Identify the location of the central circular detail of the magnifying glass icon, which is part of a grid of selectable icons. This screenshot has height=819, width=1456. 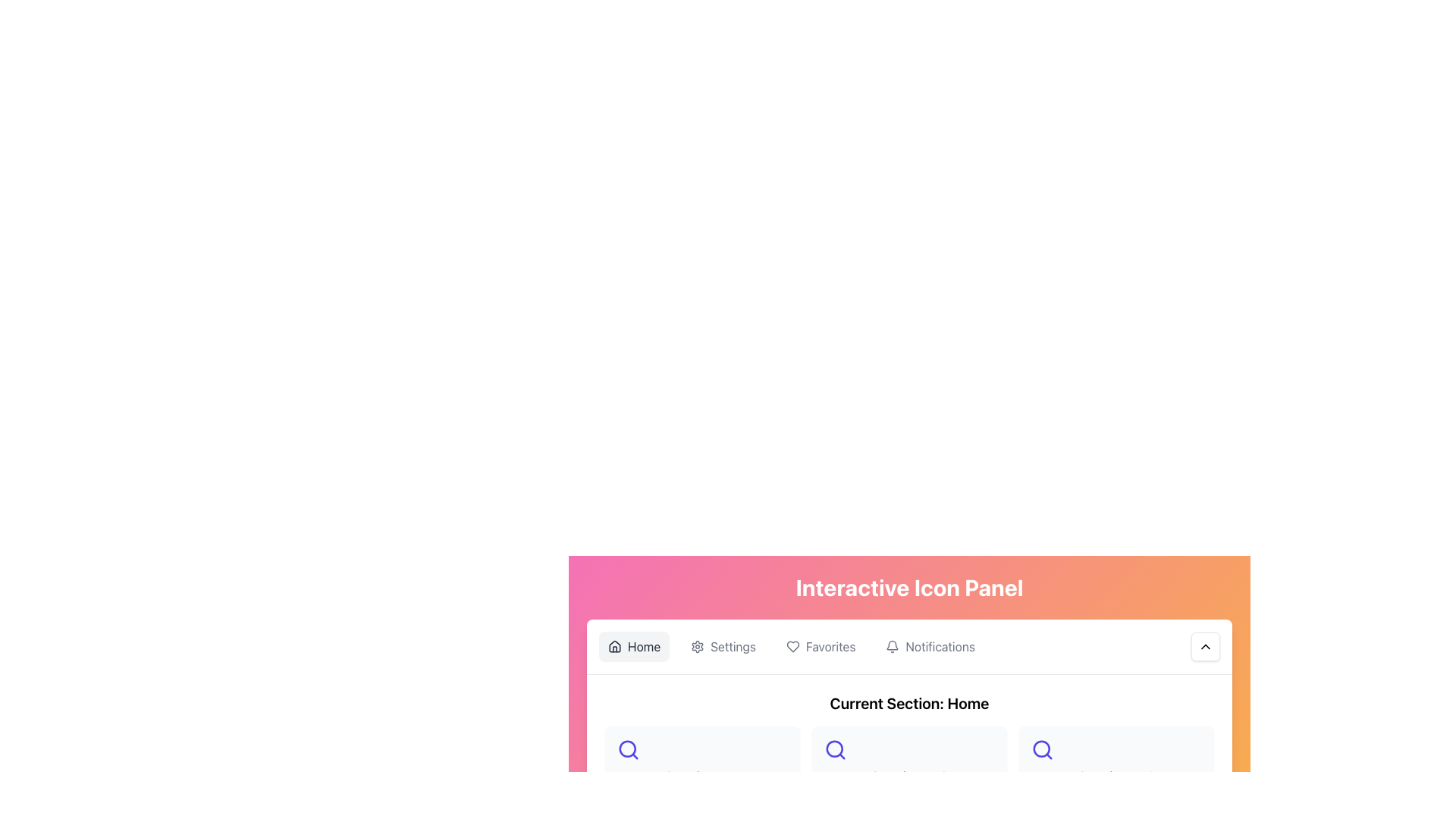
(627, 748).